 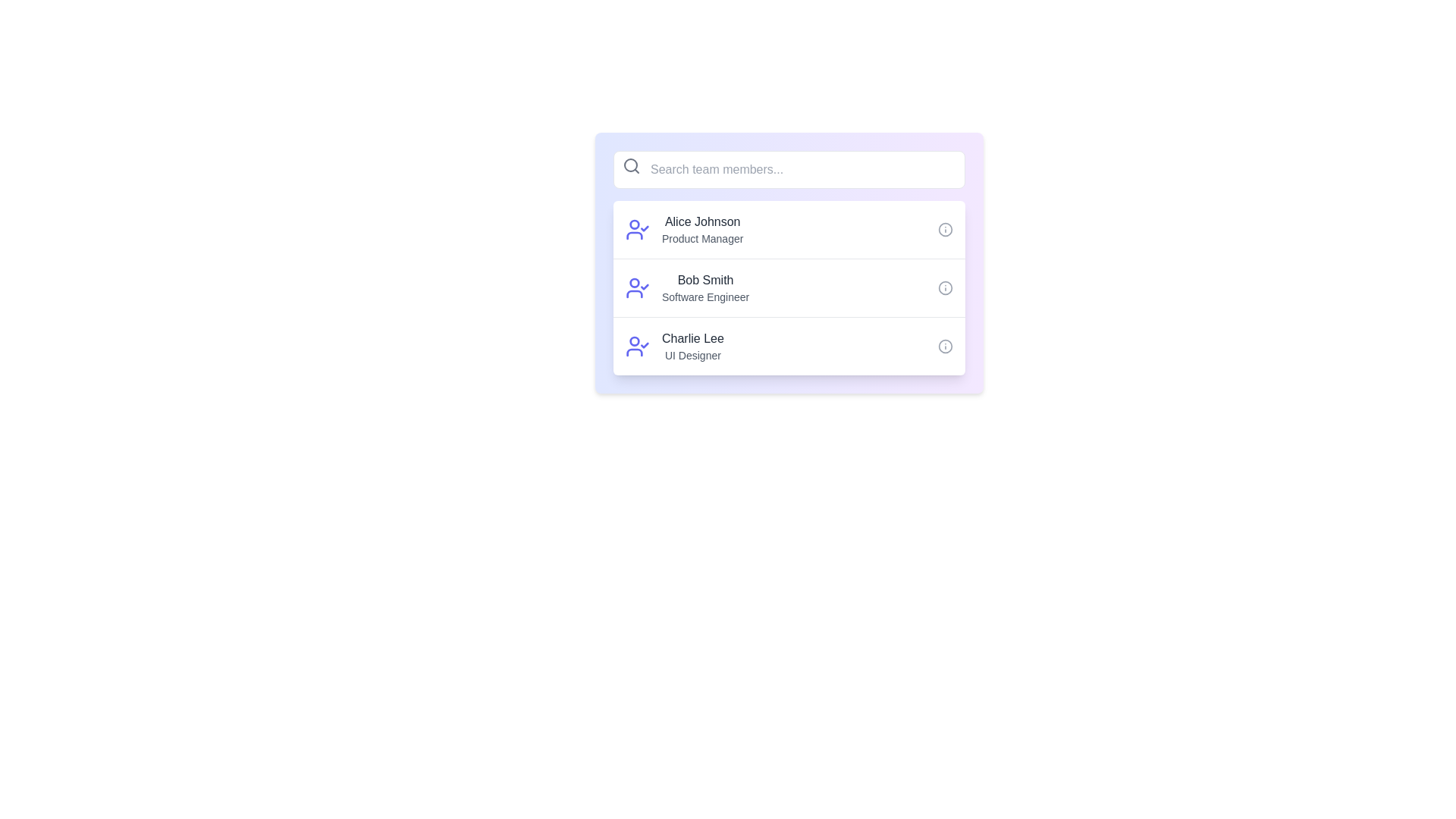 What do you see at coordinates (701, 239) in the screenshot?
I see `text displayed in the 'Product Manager' text label, which is styled with a small, gray font and located below the name 'Alice Johnson' in the first item of the list` at bounding box center [701, 239].